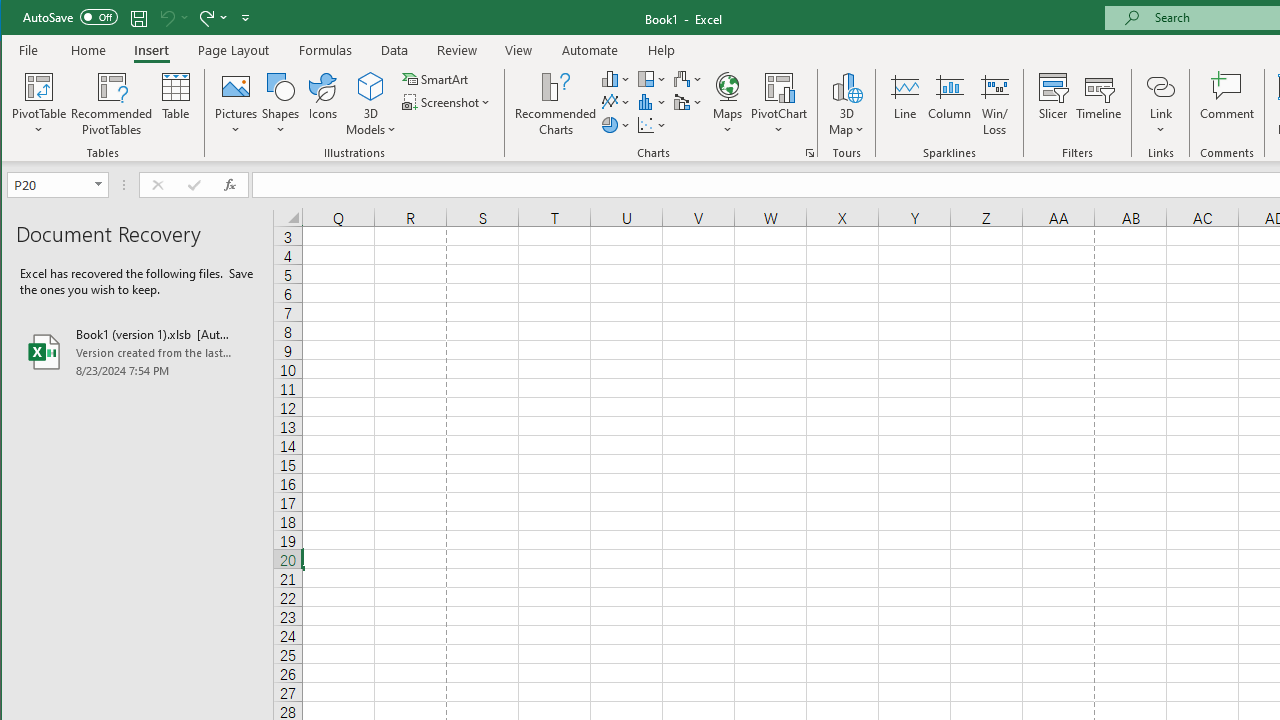  Describe the element at coordinates (615, 125) in the screenshot. I see `'Insert Pie or Doughnut Chart'` at that location.